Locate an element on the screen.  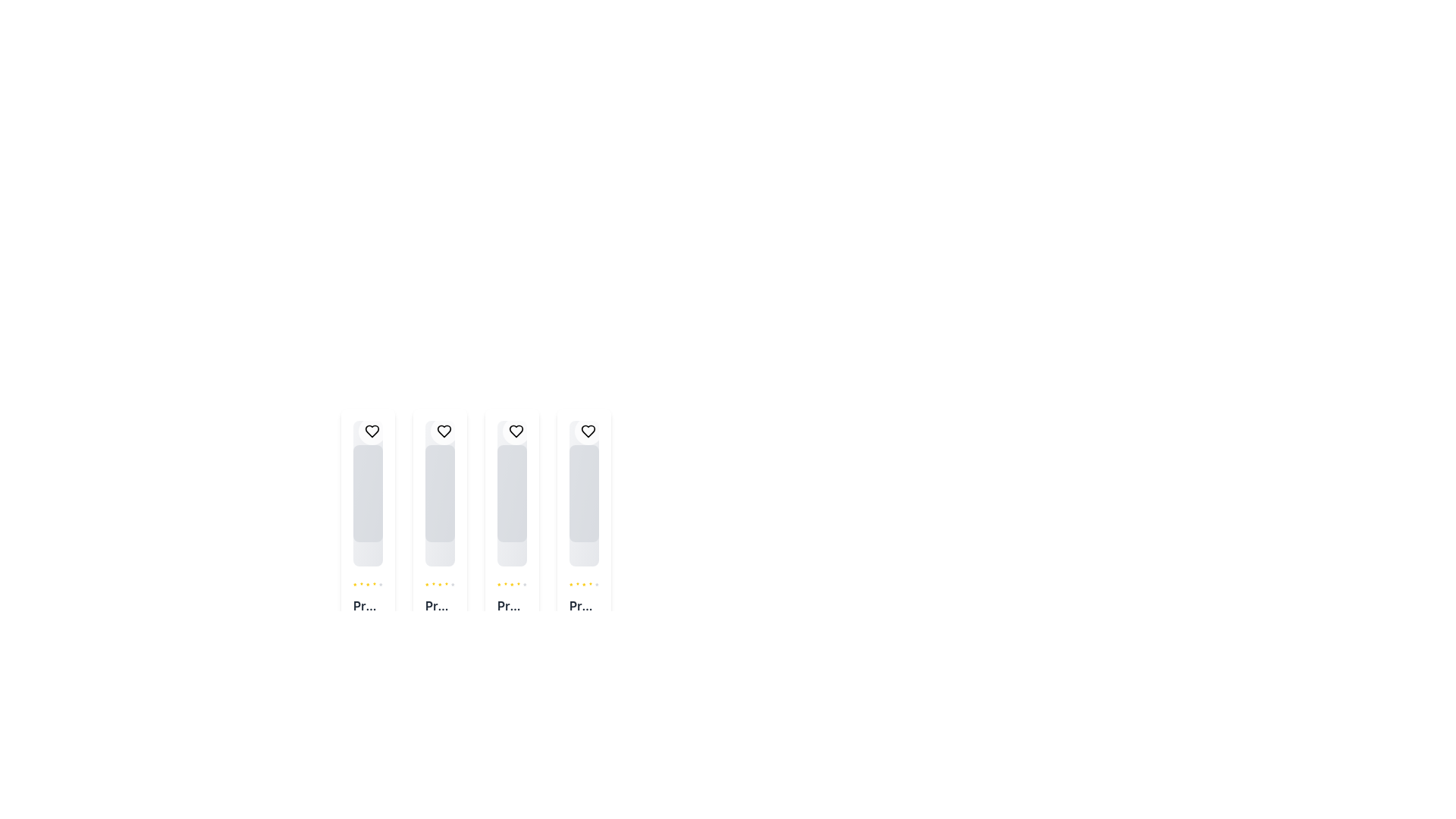
text label that serves as the title or name of the product in the first product card from the left, located between the star rating display and the product category label is located at coordinates (368, 604).